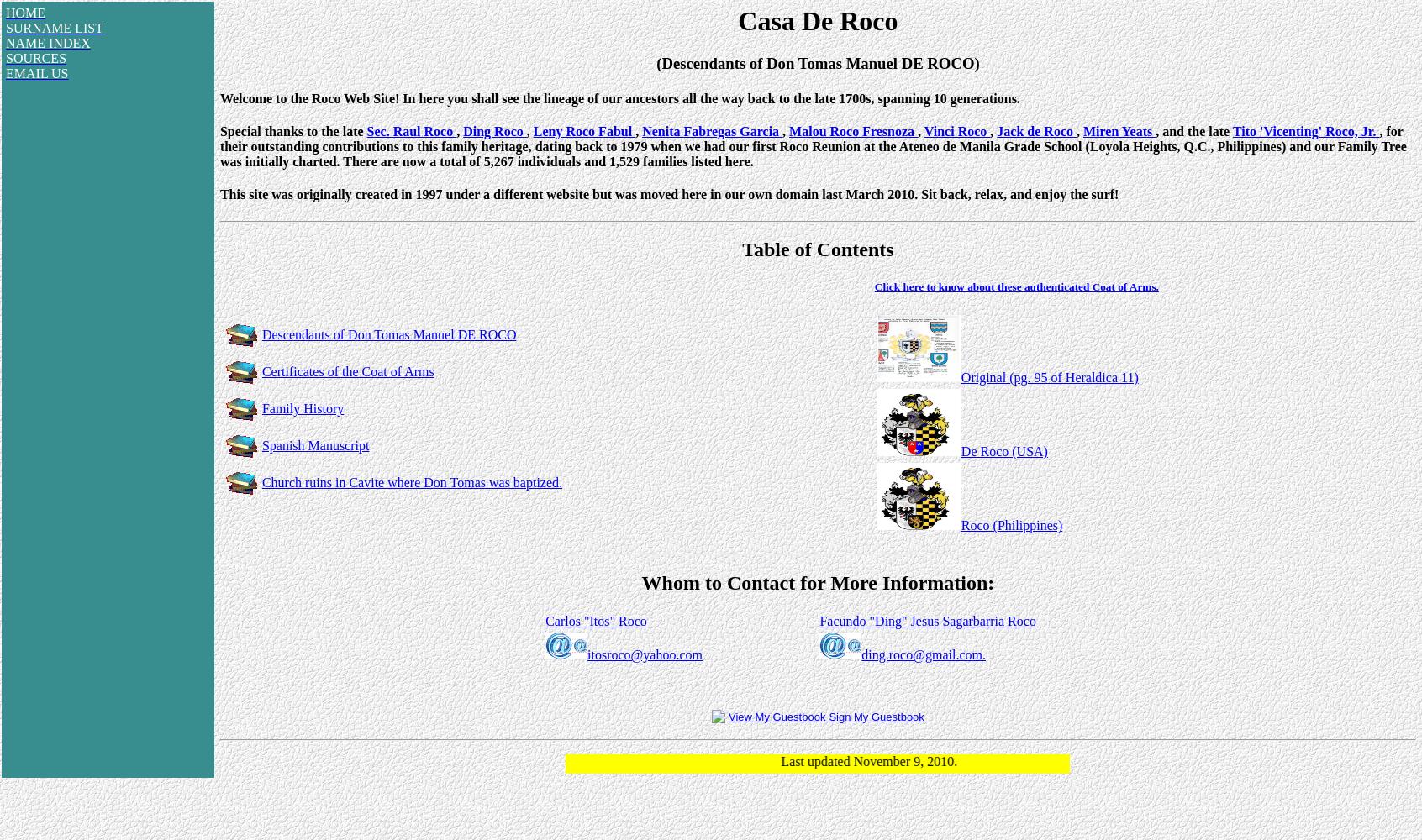 The height and width of the screenshot is (840, 1422). I want to click on 'itosroco@yahoo.com', so click(587, 654).